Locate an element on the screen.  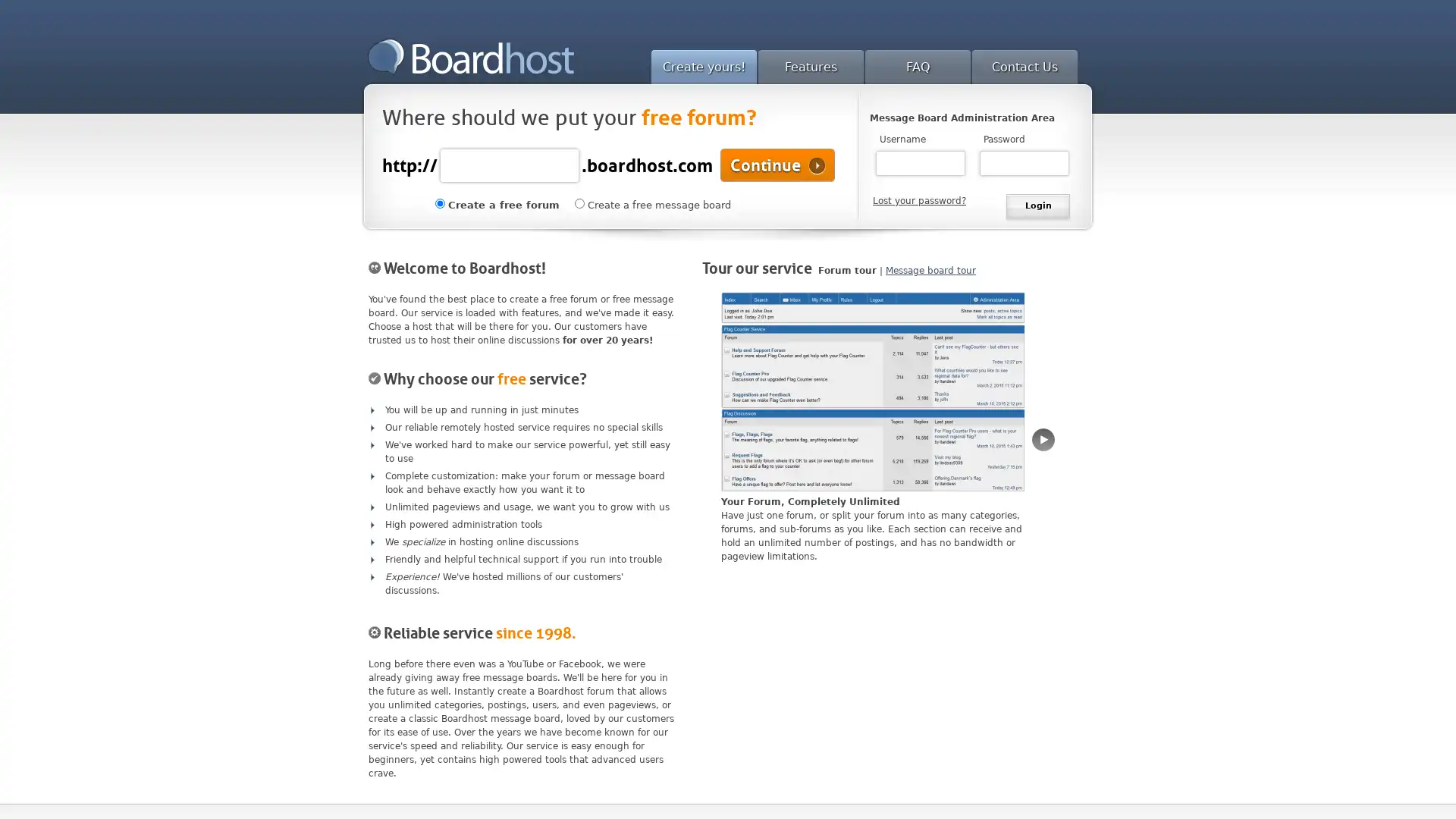
Login is located at coordinates (1037, 207).